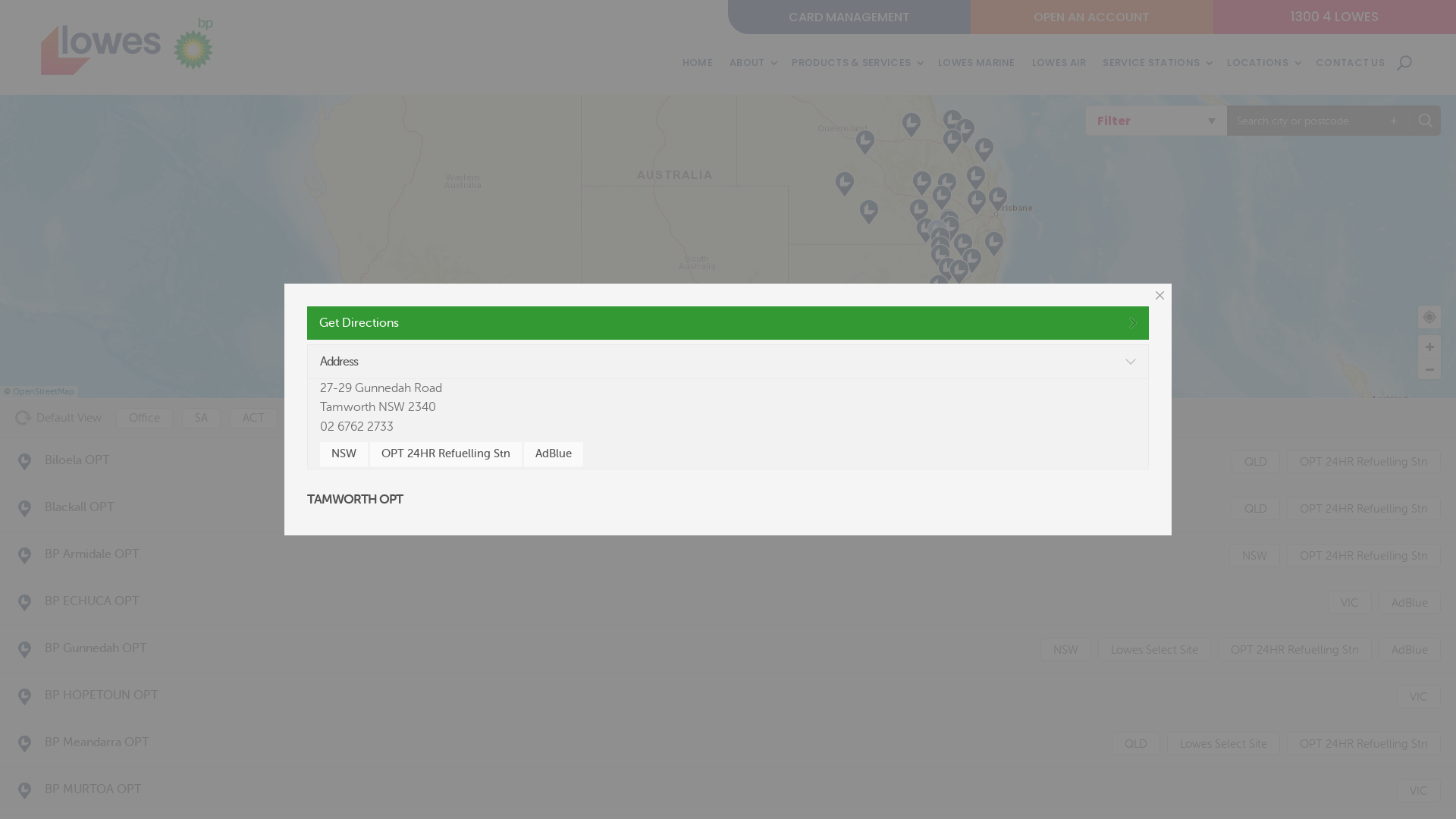 The width and height of the screenshot is (1456, 819). Describe the element at coordinates (976, 62) in the screenshot. I see `'LOWES MARINE'` at that location.